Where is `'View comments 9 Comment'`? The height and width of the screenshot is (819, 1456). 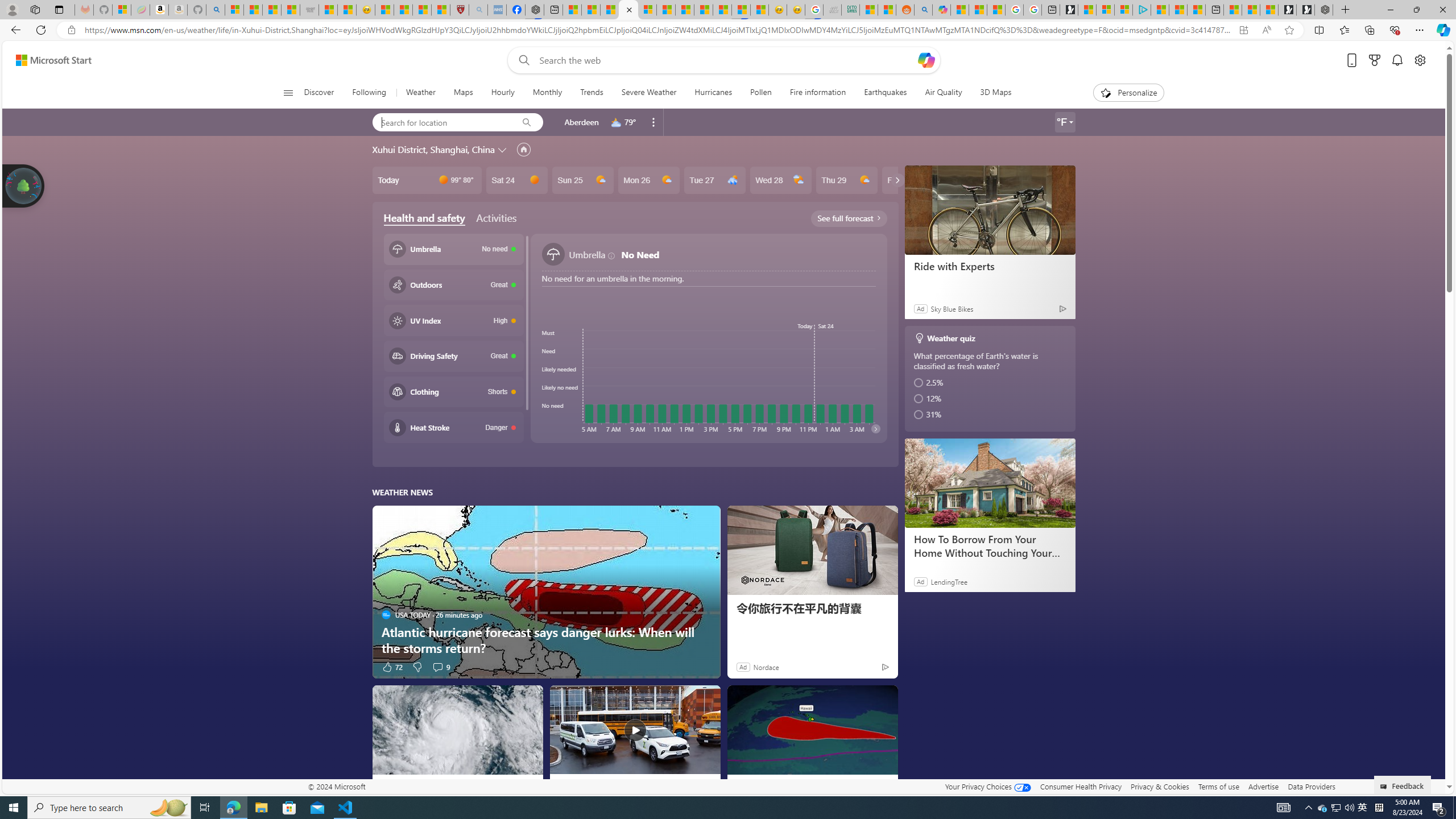 'View comments 9 Comment' is located at coordinates (440, 666).